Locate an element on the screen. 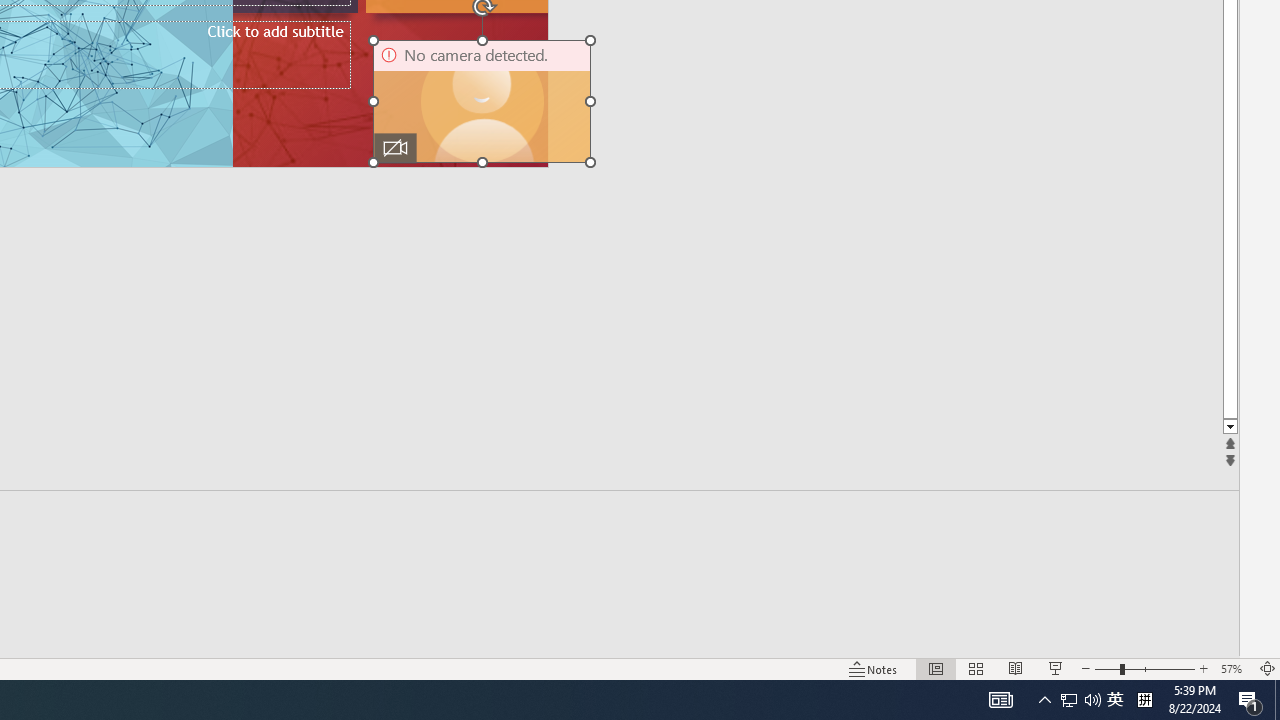 This screenshot has height=720, width=1280. 'Camera 14, No camera detected.' is located at coordinates (482, 101).